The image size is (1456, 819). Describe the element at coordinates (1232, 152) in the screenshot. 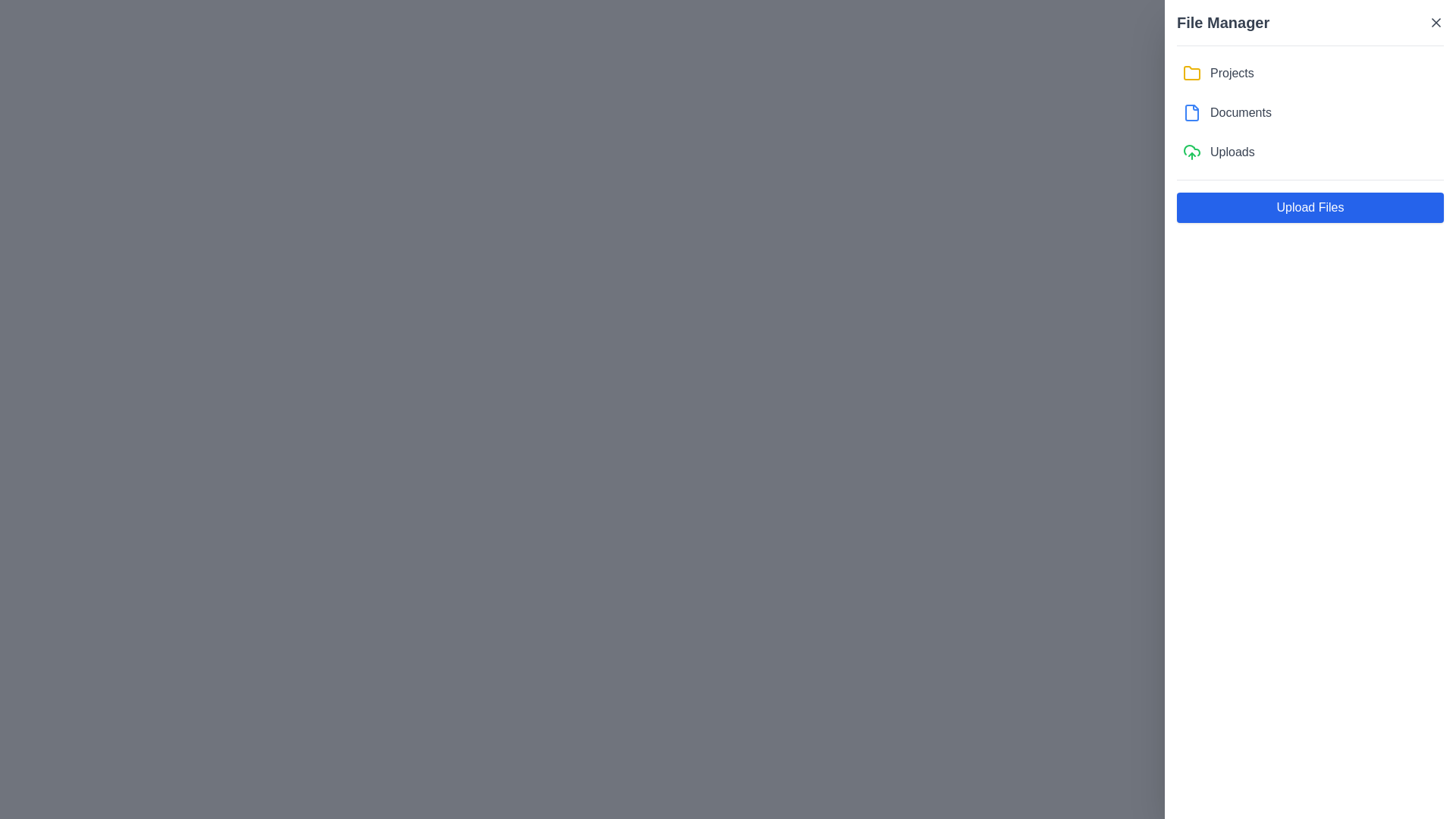

I see `the 'Uploads' text label, which is styled with a gray font color and positioned to the right of the green-colored cloud upload icon` at that location.